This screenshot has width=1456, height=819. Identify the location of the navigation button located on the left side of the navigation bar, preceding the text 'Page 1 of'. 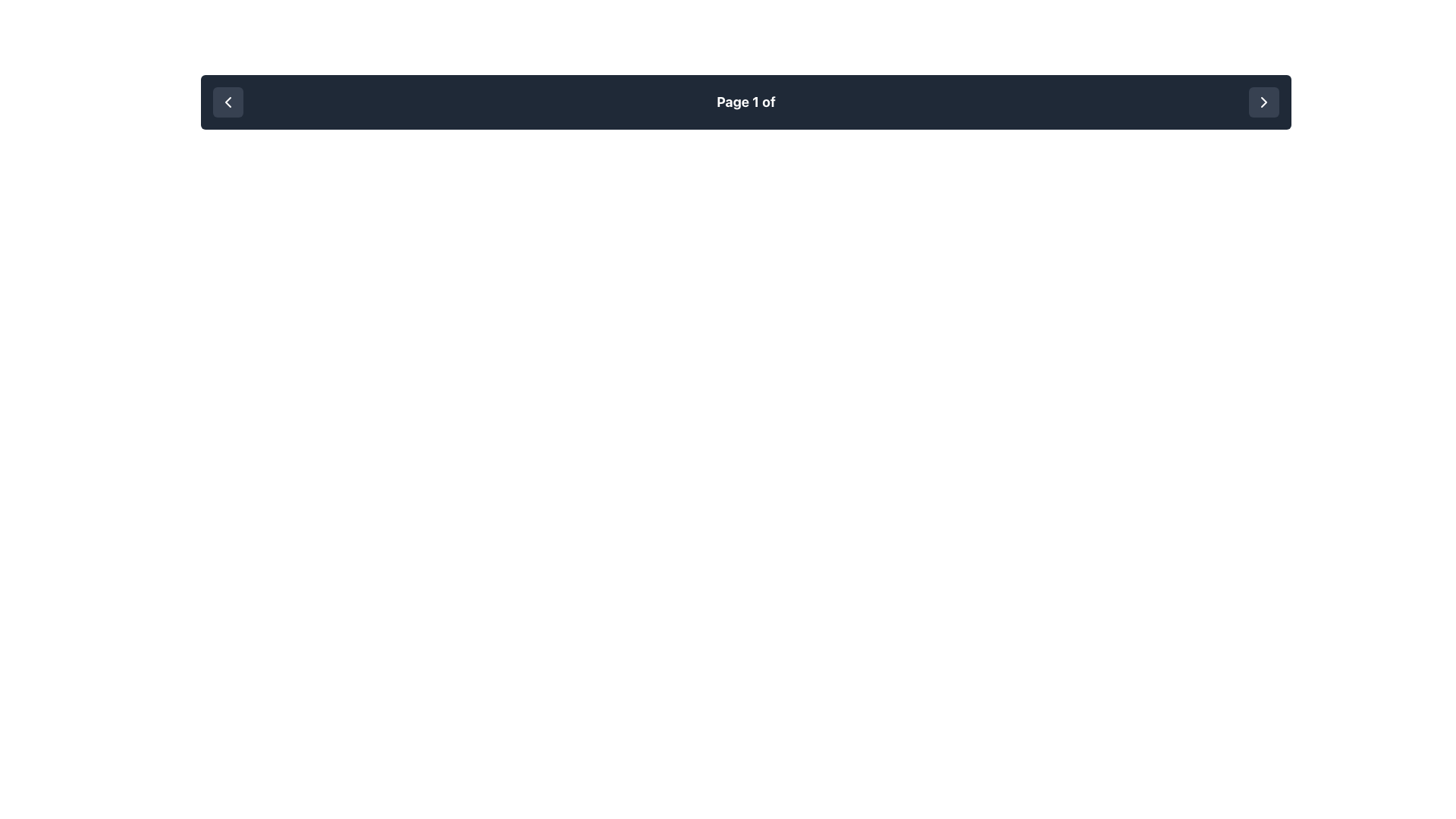
(227, 102).